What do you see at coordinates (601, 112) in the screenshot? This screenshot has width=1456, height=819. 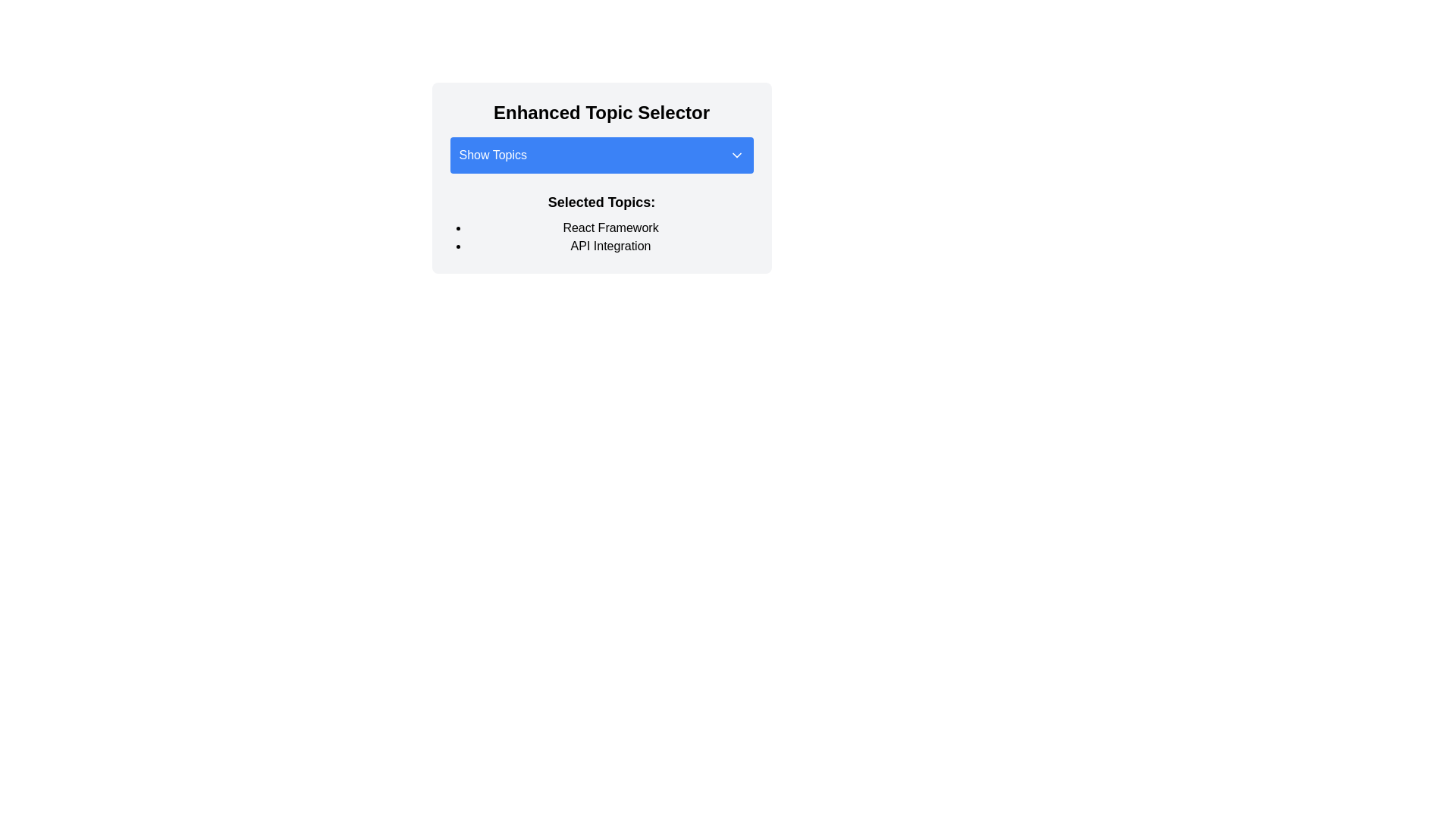 I see `prominent text label displaying the title 'Enhanced Topic Selector' located at the top of the panel with a light gray background` at bounding box center [601, 112].